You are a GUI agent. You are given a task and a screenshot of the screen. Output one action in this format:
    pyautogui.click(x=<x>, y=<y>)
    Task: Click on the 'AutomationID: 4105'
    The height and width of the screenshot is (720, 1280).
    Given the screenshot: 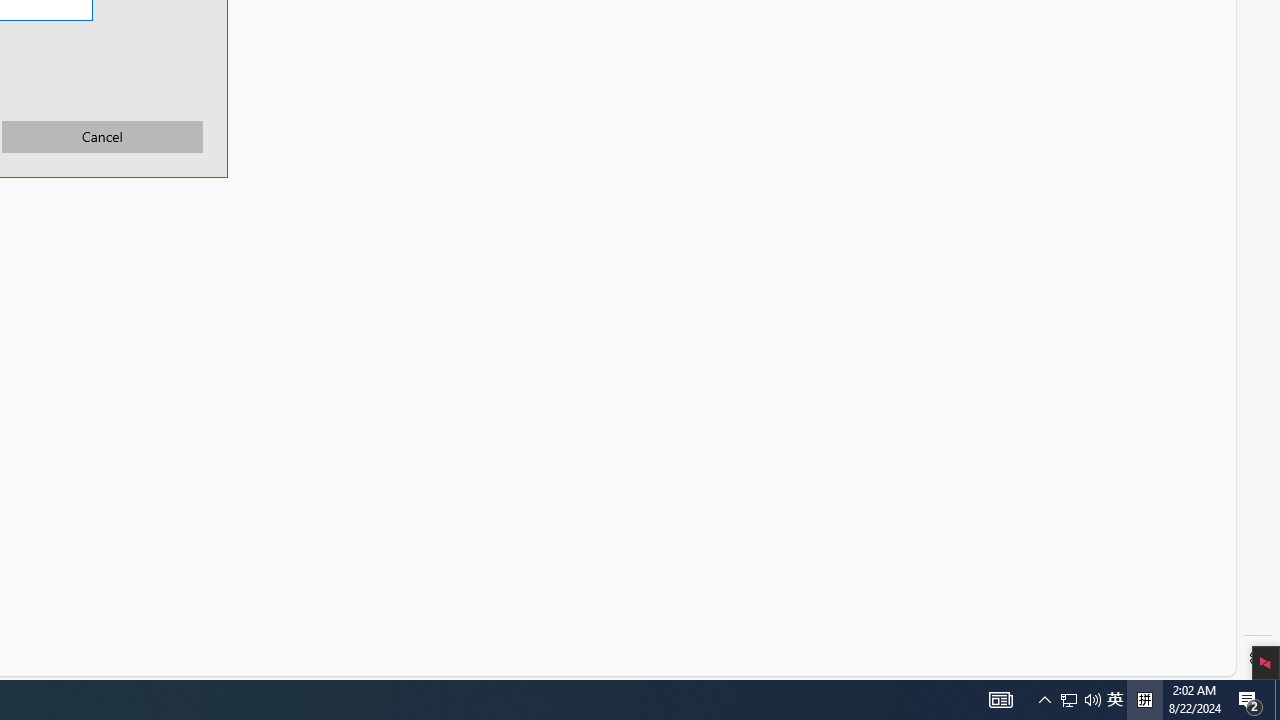 What is the action you would take?
    pyautogui.click(x=1000, y=698)
    